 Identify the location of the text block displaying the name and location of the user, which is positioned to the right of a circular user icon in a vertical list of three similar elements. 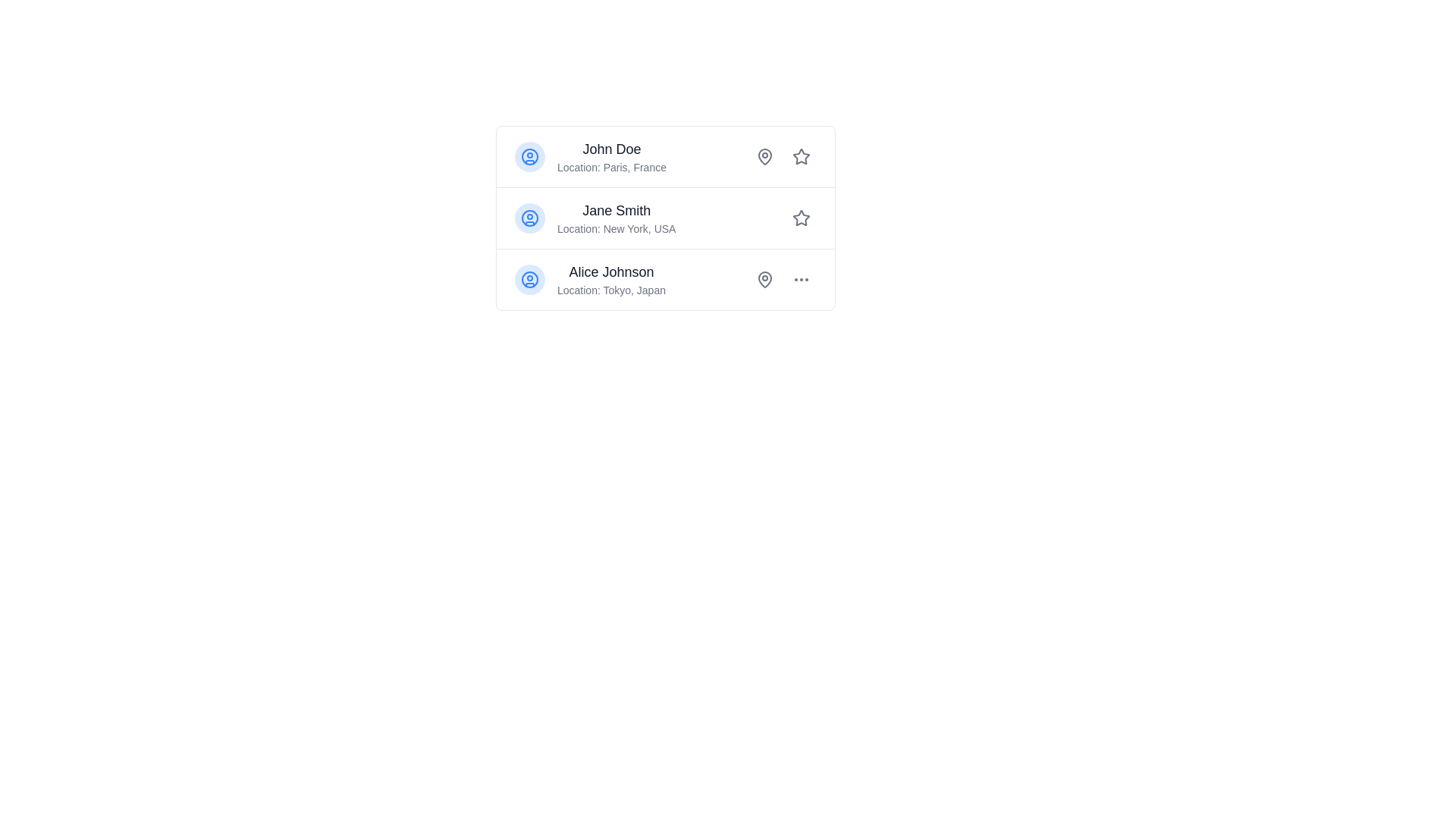
(611, 157).